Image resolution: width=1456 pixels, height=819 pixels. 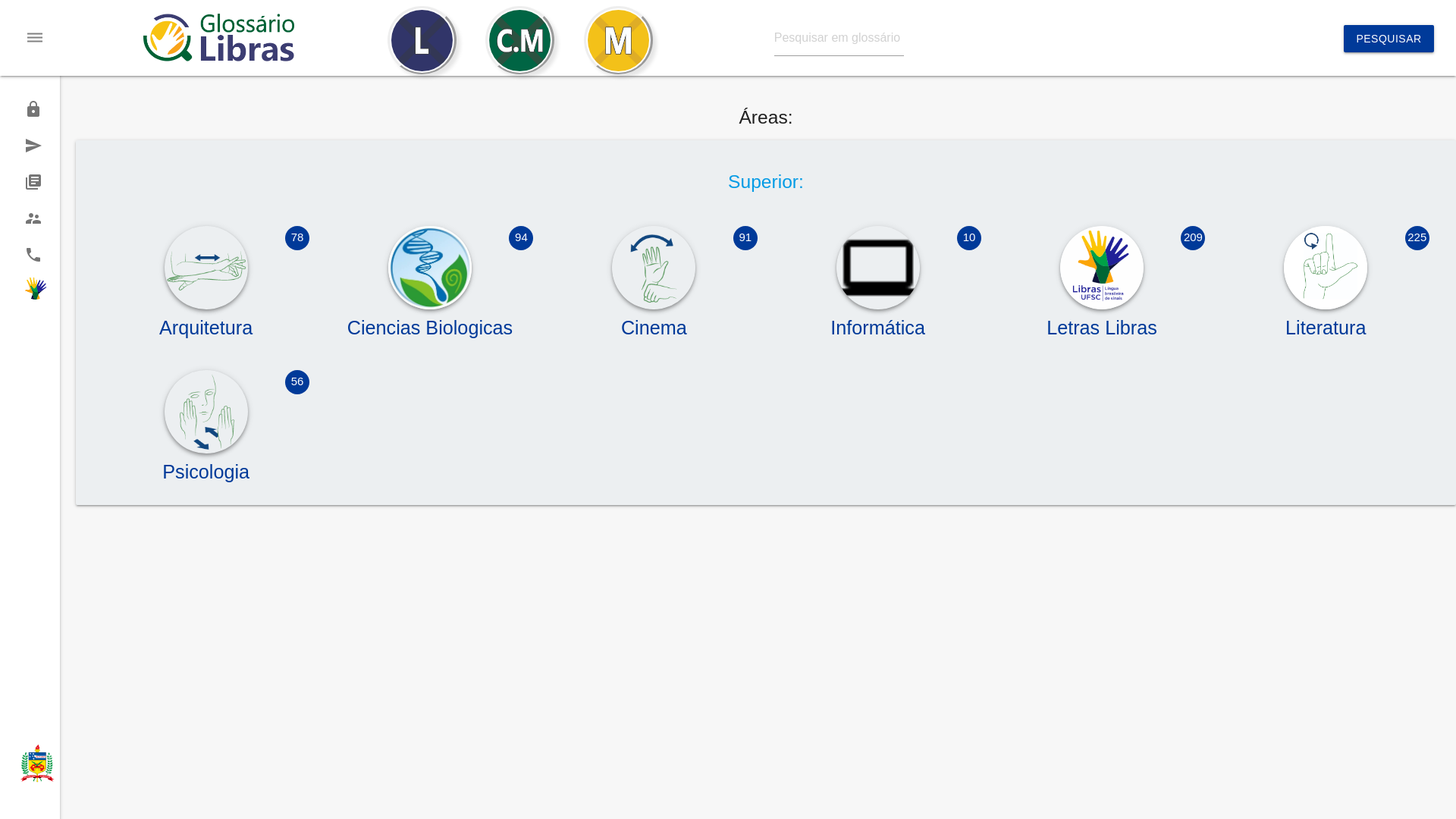 What do you see at coordinates (0, 253) in the screenshot?
I see `'call` at bounding box center [0, 253].